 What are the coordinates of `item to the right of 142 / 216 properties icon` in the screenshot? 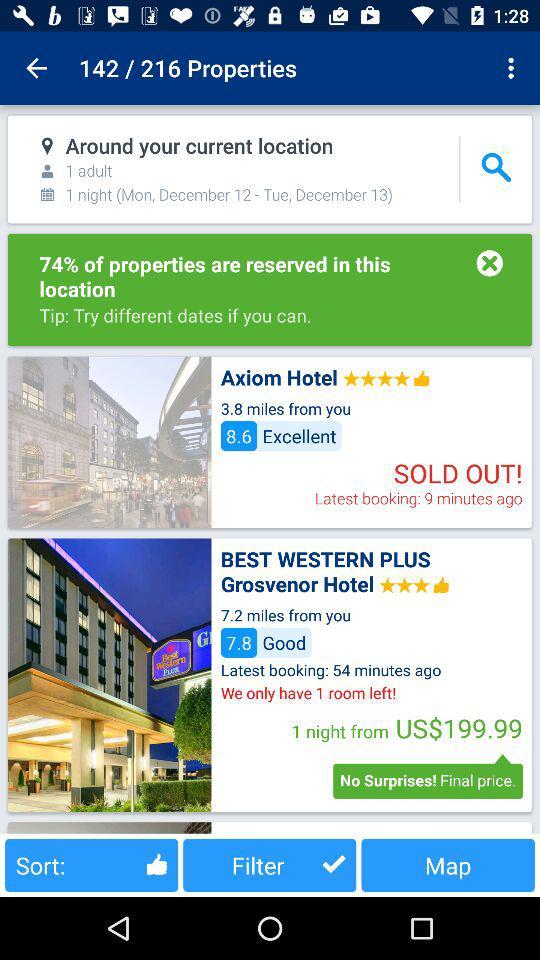 It's located at (513, 68).